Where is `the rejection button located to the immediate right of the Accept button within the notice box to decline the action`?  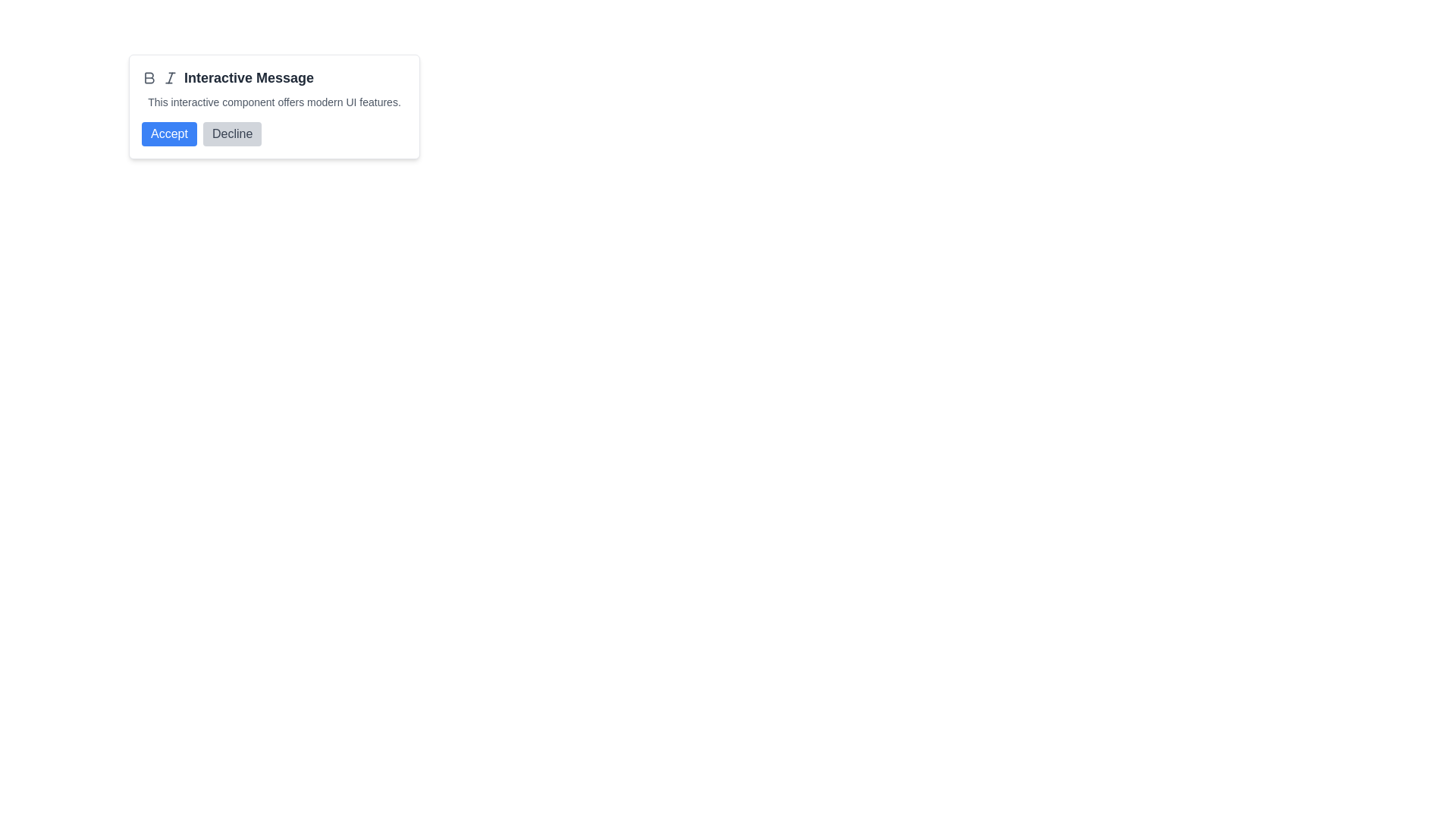
the rejection button located to the immediate right of the Accept button within the notice box to decline the action is located at coordinates (231, 133).